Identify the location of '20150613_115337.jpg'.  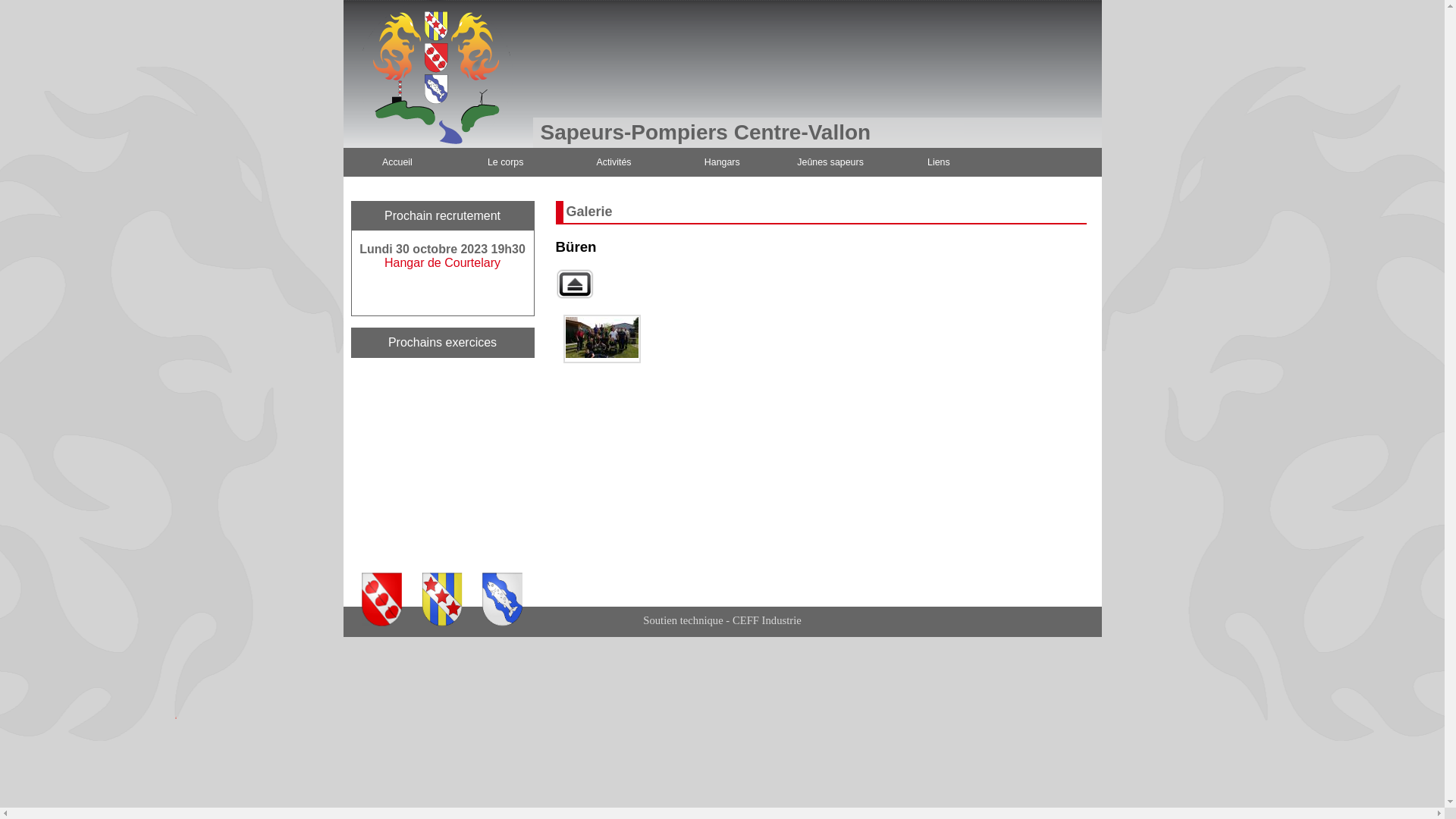
(600, 338).